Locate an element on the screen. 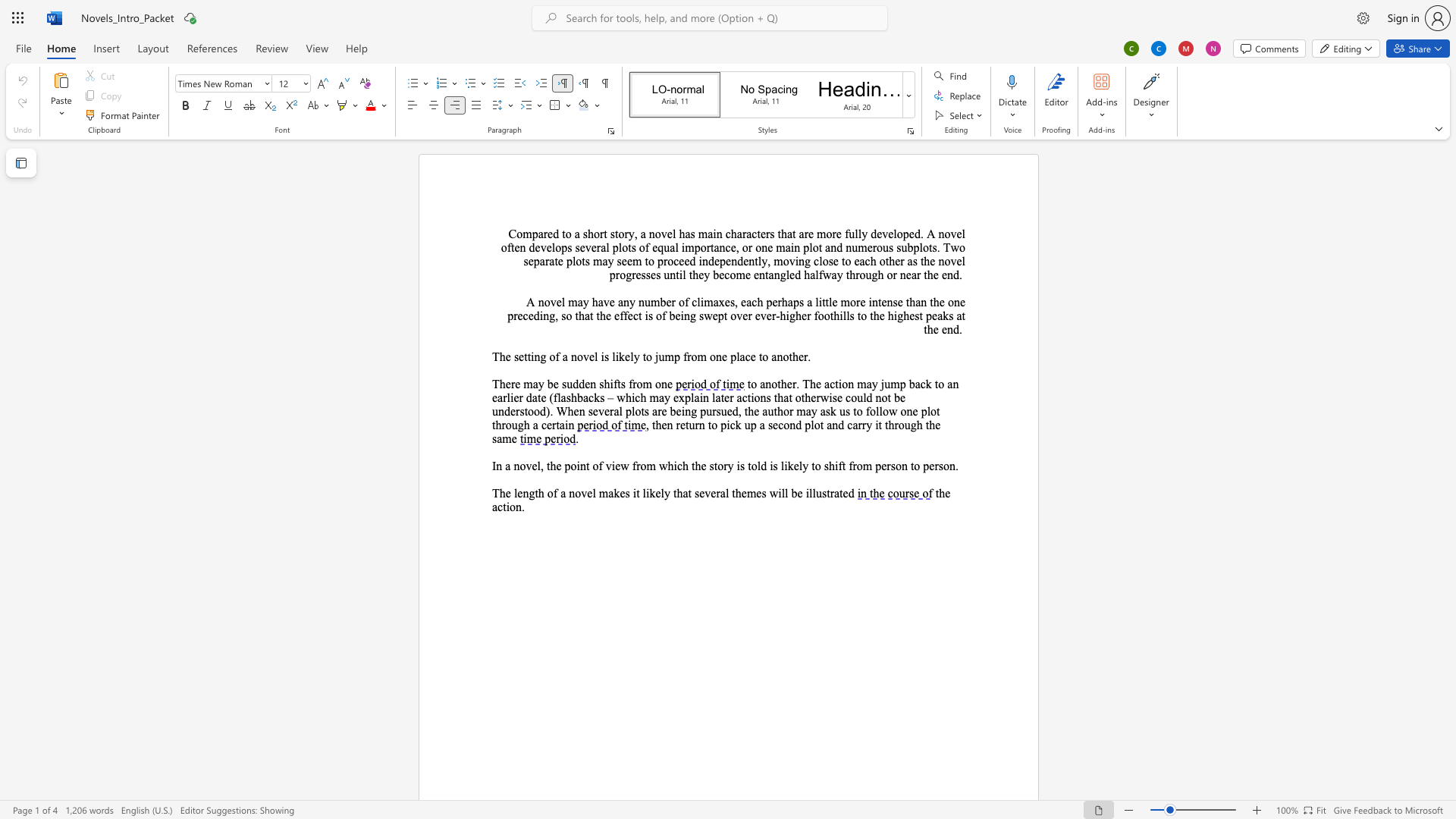 The image size is (1456, 819). the 2th character "s" in the text is located at coordinates (607, 356).